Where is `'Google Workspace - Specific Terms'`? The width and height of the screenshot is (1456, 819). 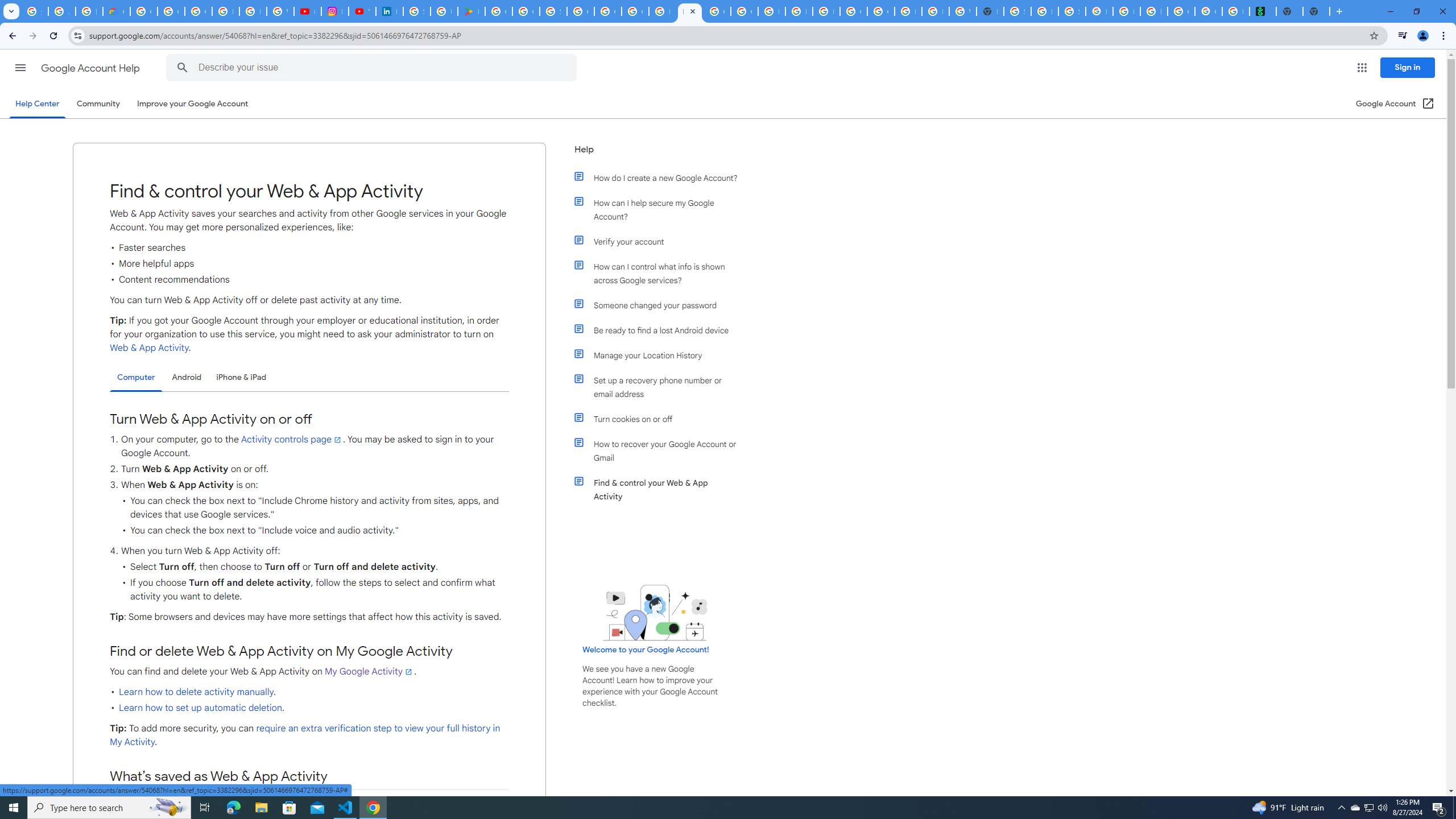 'Google Workspace - Specific Terms' is located at coordinates (526, 11).